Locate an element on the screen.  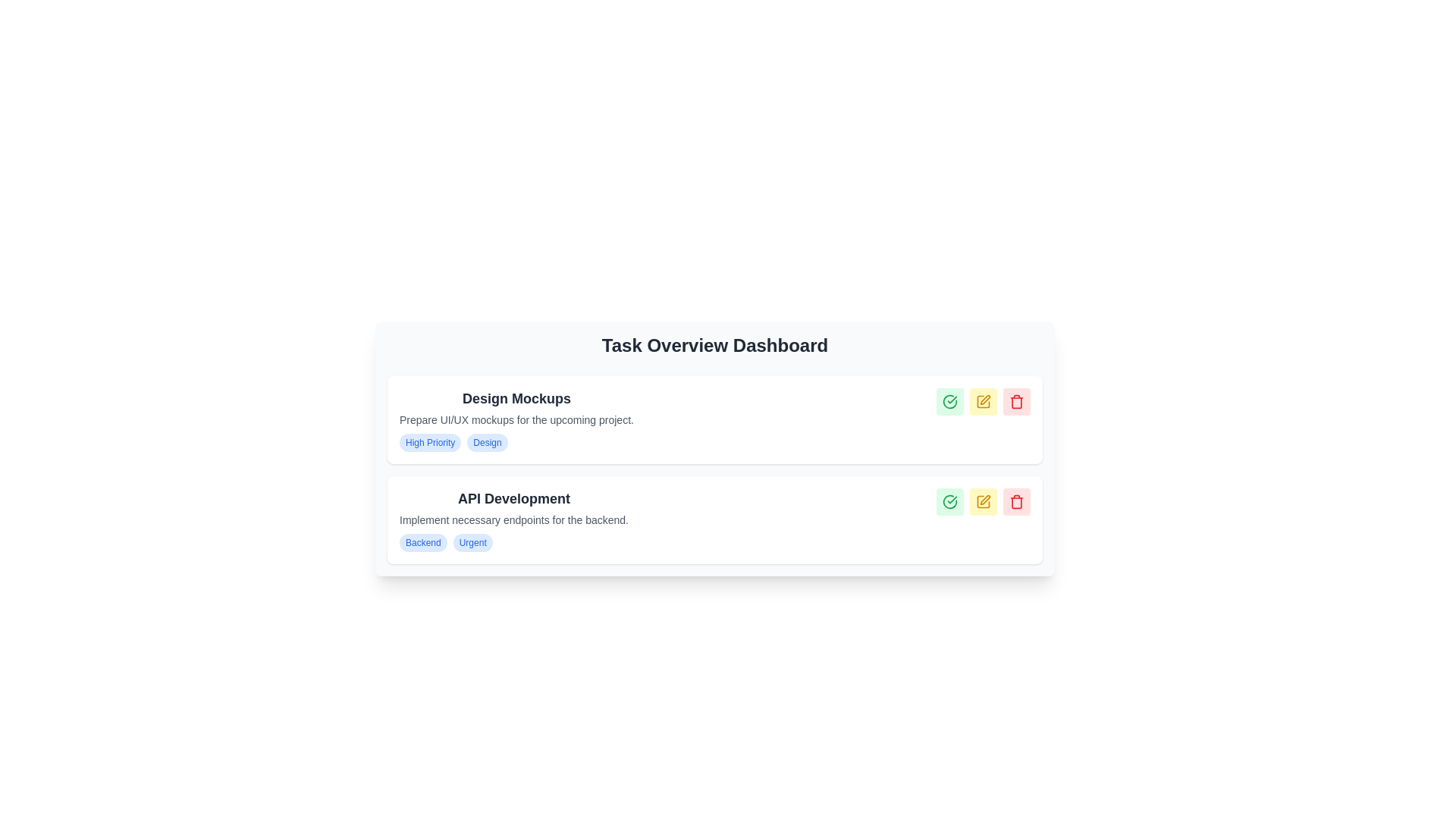
the second badge on the right under the 'API Development' header, which indicates a priority or status is located at coordinates (472, 542).